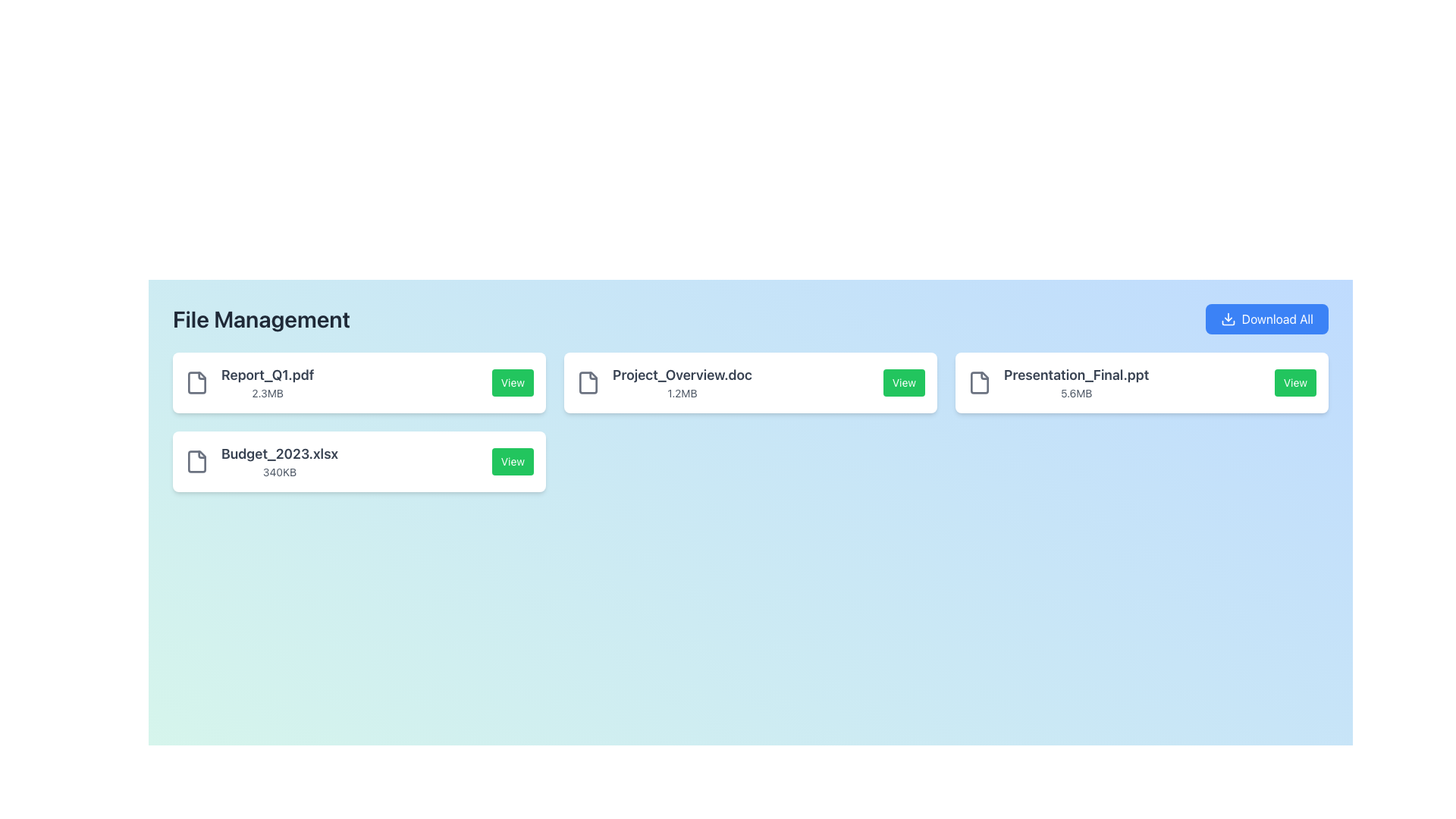 This screenshot has width=1456, height=819. I want to click on the text label indicating the name of the file 'Report_Q1.pdf', so click(268, 375).